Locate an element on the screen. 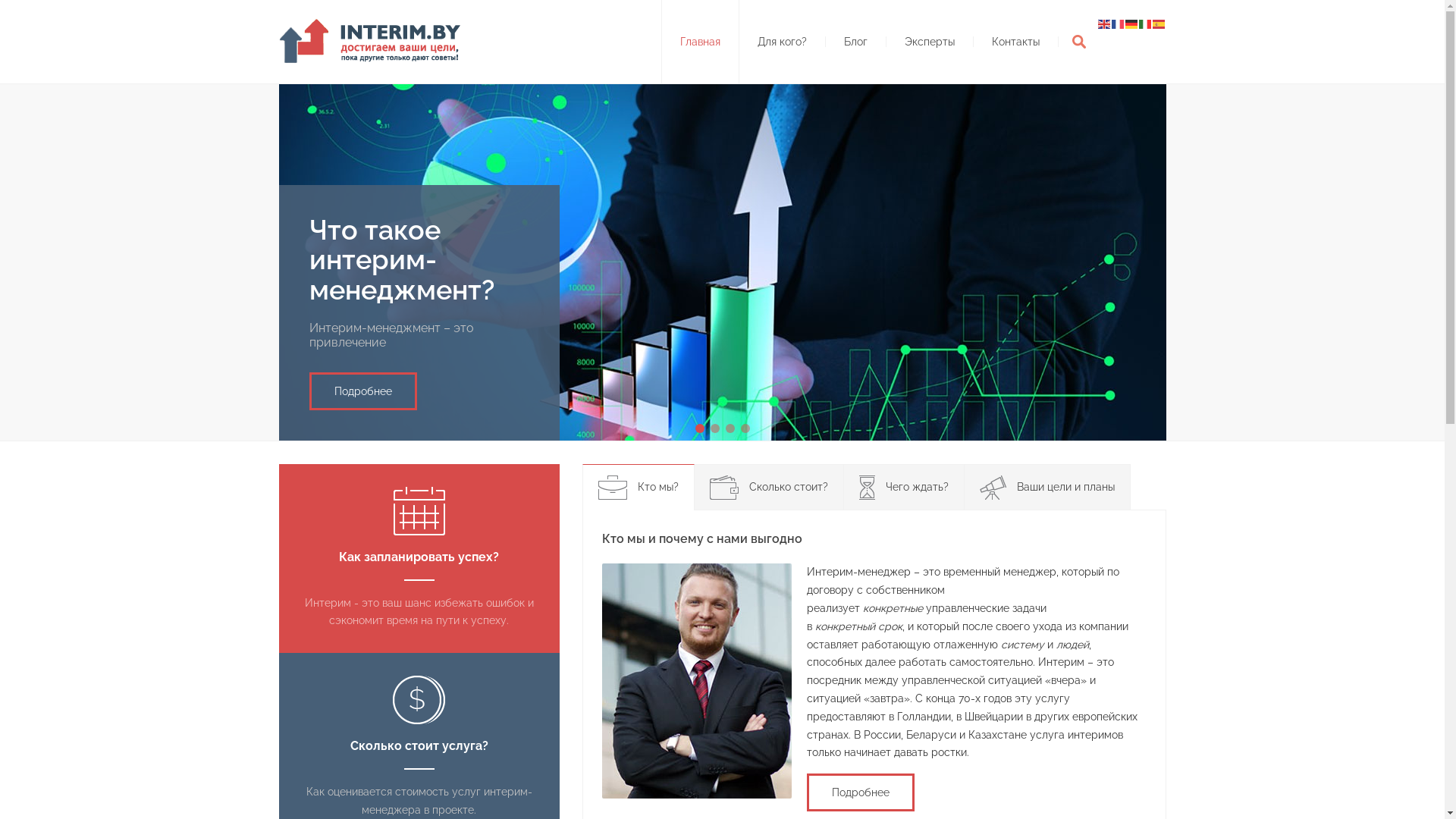 The width and height of the screenshot is (1456, 819). 'icon2 image' is located at coordinates (419, 699).